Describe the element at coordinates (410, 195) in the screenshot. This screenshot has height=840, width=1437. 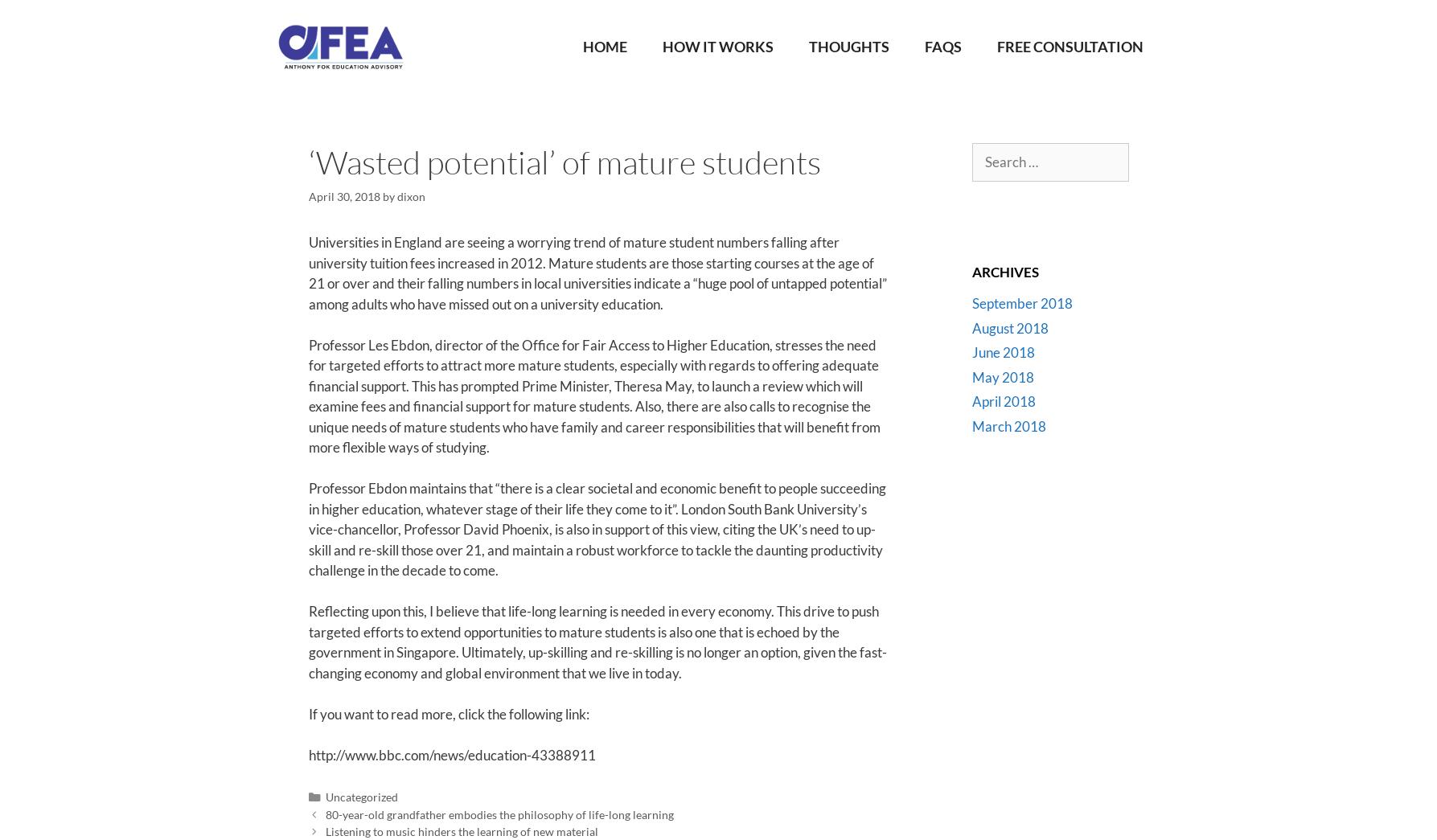
I see `'dixon'` at that location.